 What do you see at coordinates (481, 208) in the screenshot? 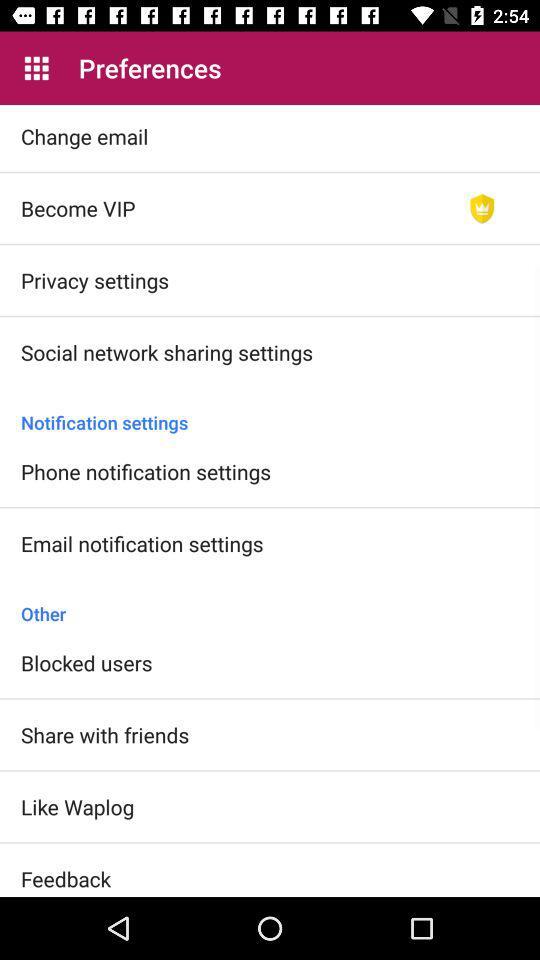
I see `item above the notification settings item` at bounding box center [481, 208].